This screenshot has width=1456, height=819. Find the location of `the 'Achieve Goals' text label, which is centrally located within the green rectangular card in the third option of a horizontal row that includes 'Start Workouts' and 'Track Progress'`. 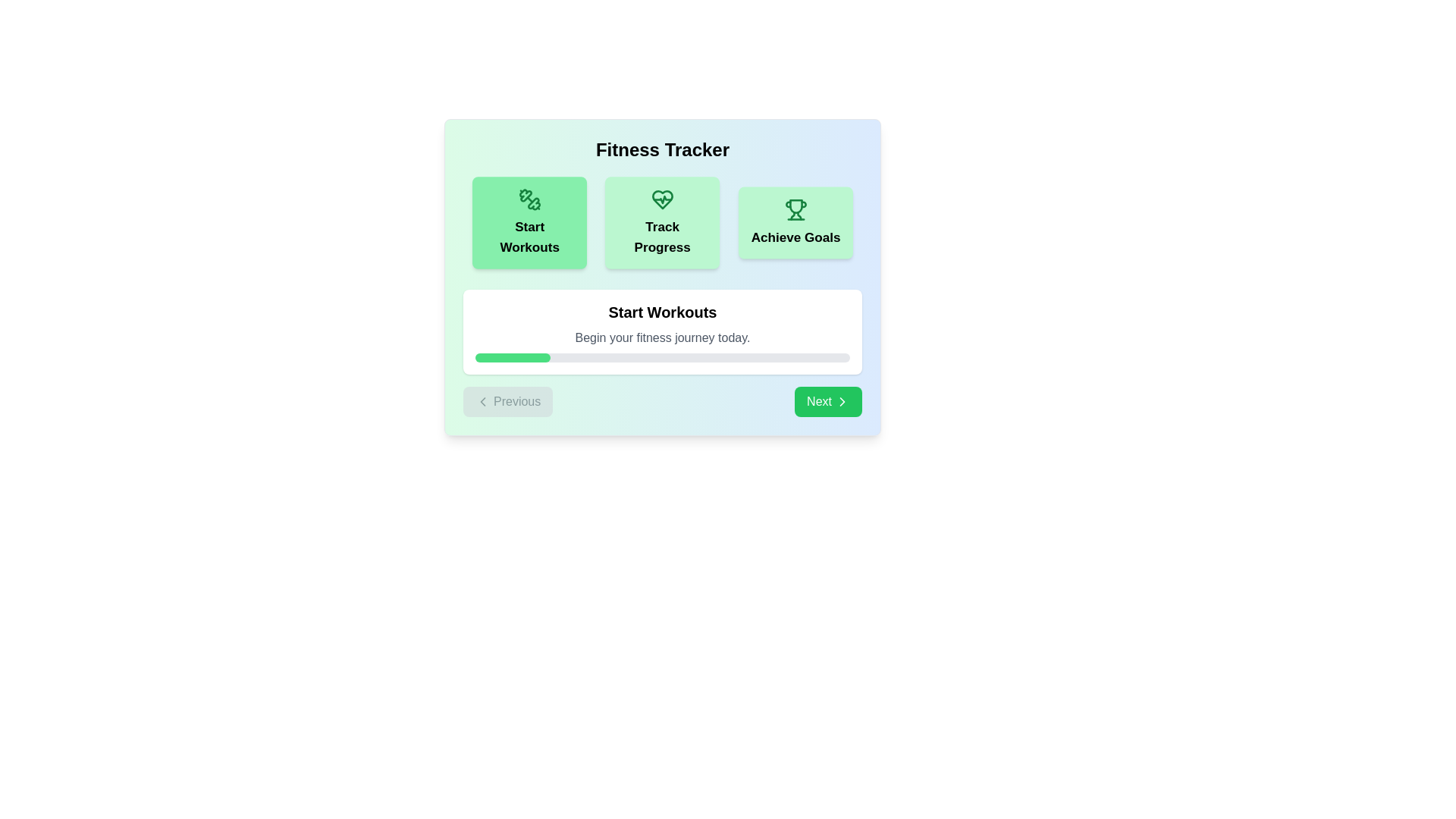

the 'Achieve Goals' text label, which is centrally located within the green rectangular card in the third option of a horizontal row that includes 'Start Workouts' and 'Track Progress' is located at coordinates (795, 237).